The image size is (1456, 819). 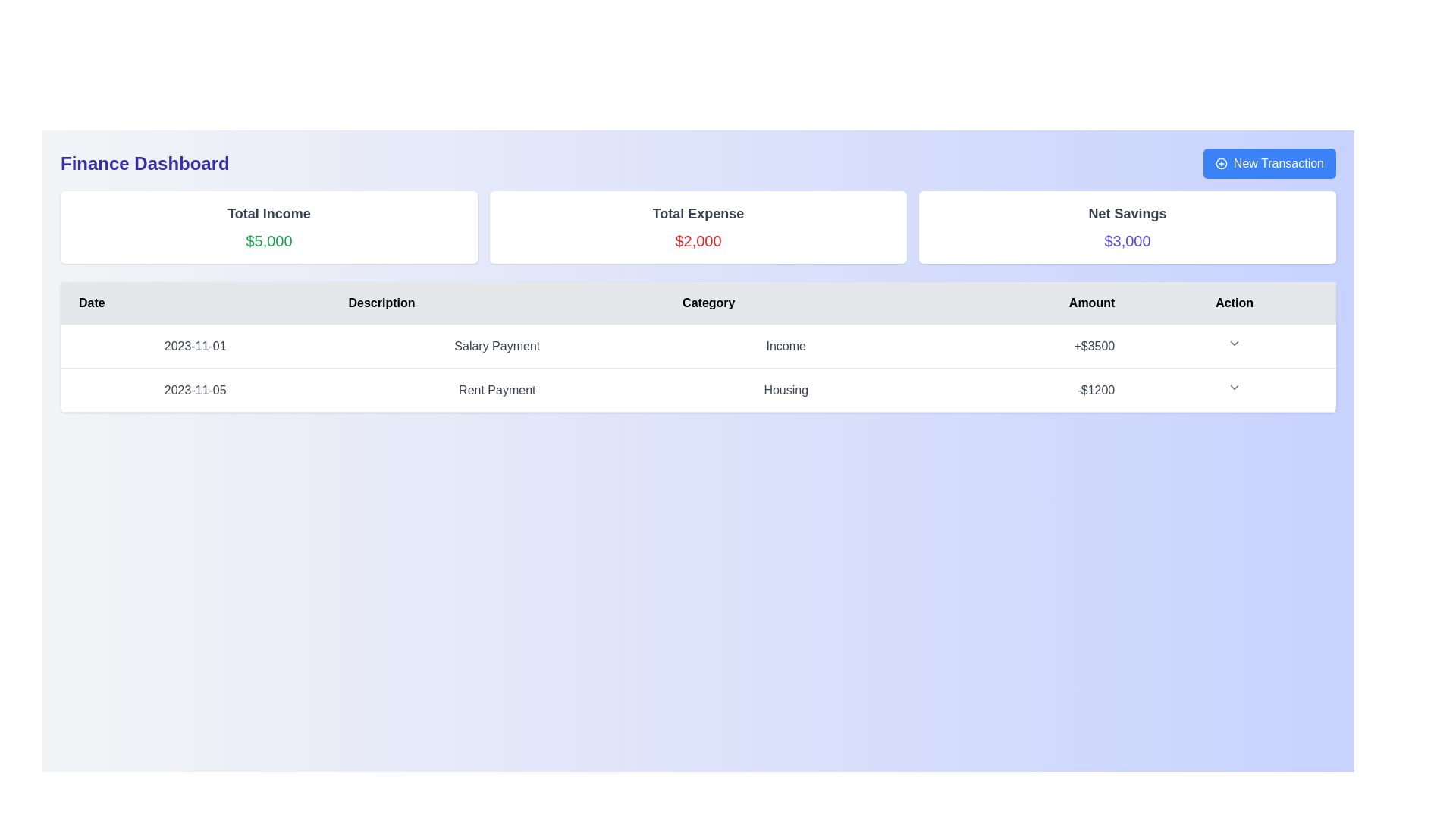 What do you see at coordinates (698, 345) in the screenshot?
I see `the first row of the data table` at bounding box center [698, 345].